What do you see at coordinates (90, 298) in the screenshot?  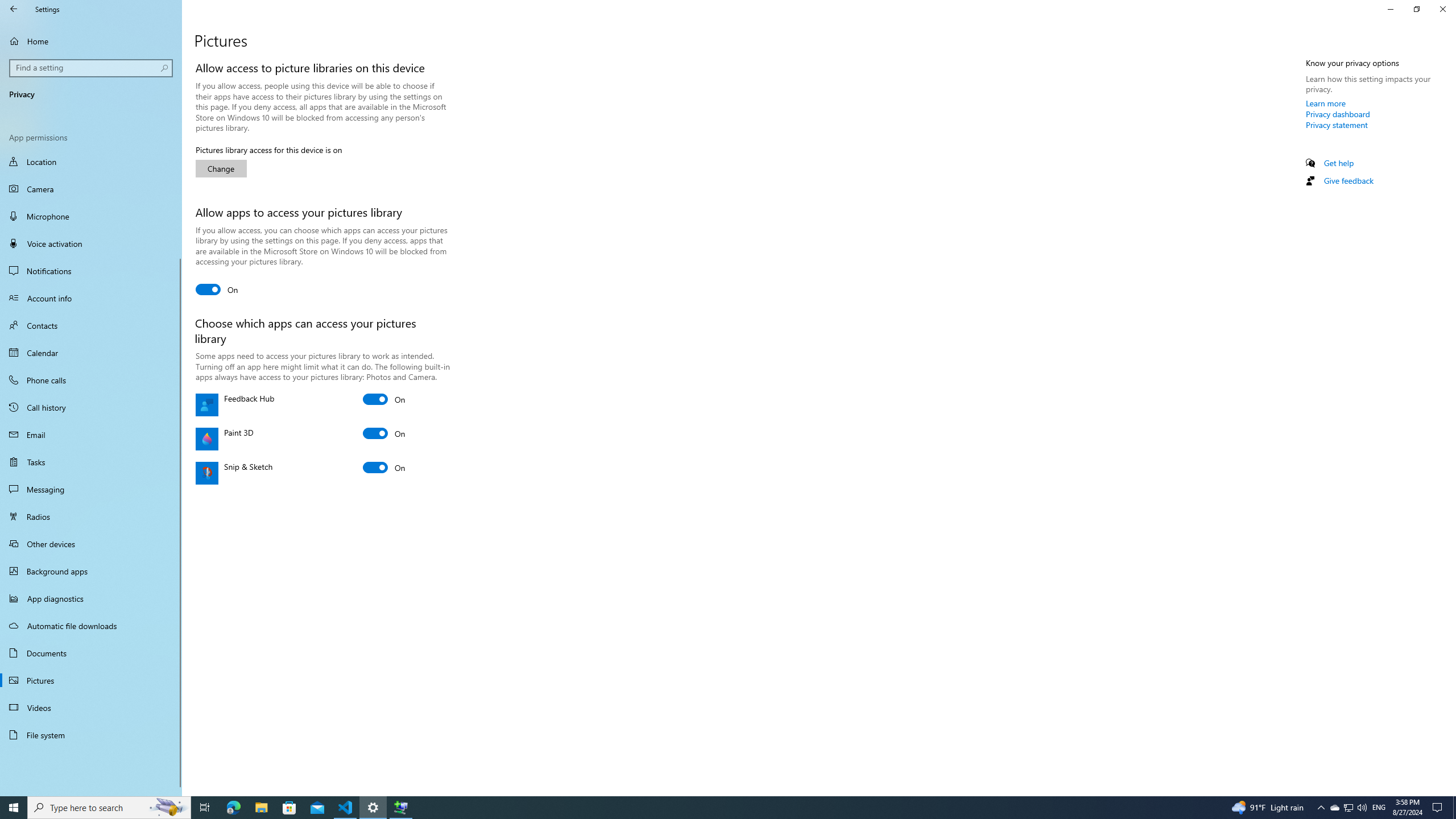 I see `'Account info'` at bounding box center [90, 298].